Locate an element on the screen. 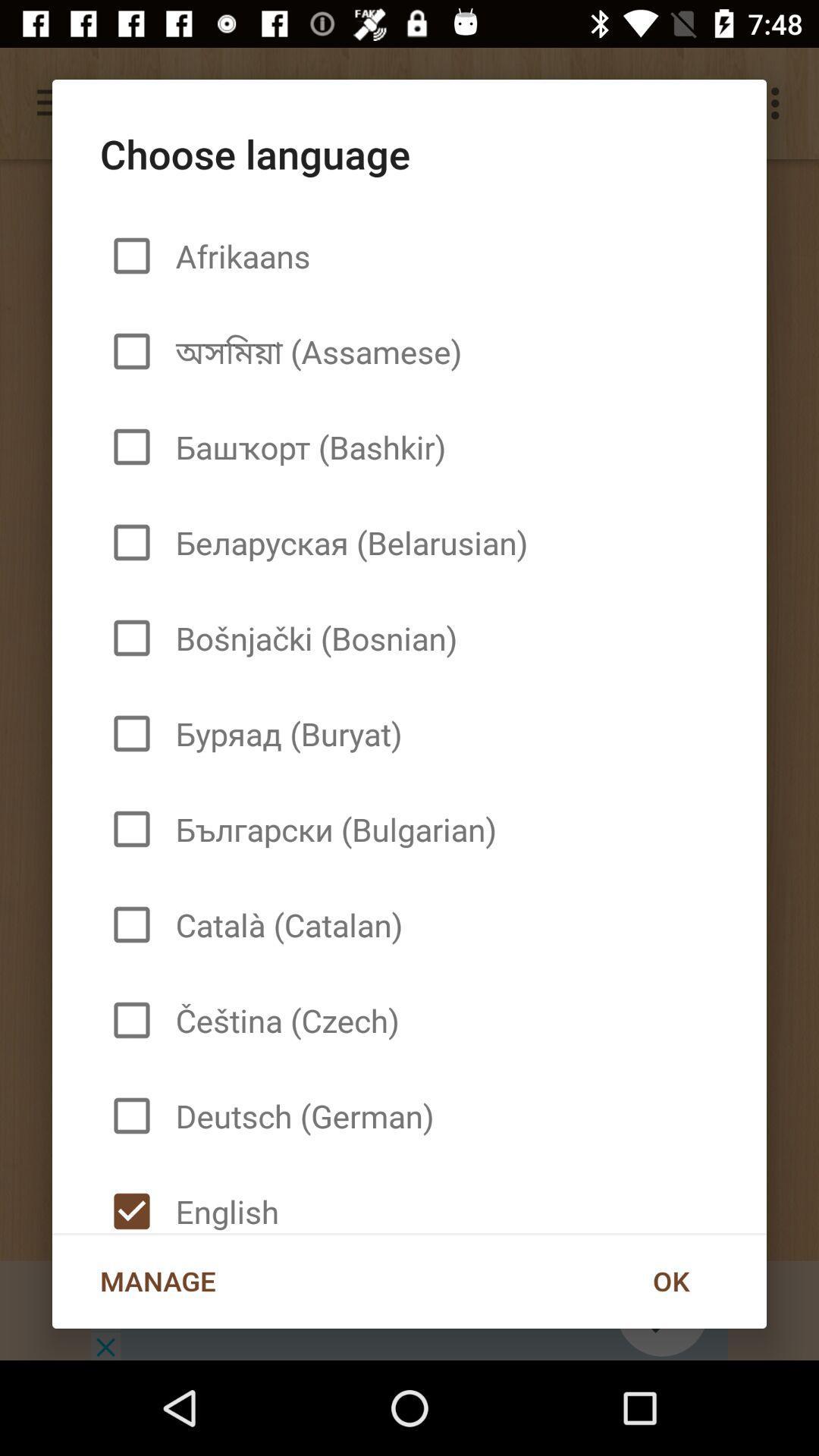  the icon above manage icon is located at coordinates (221, 1197).